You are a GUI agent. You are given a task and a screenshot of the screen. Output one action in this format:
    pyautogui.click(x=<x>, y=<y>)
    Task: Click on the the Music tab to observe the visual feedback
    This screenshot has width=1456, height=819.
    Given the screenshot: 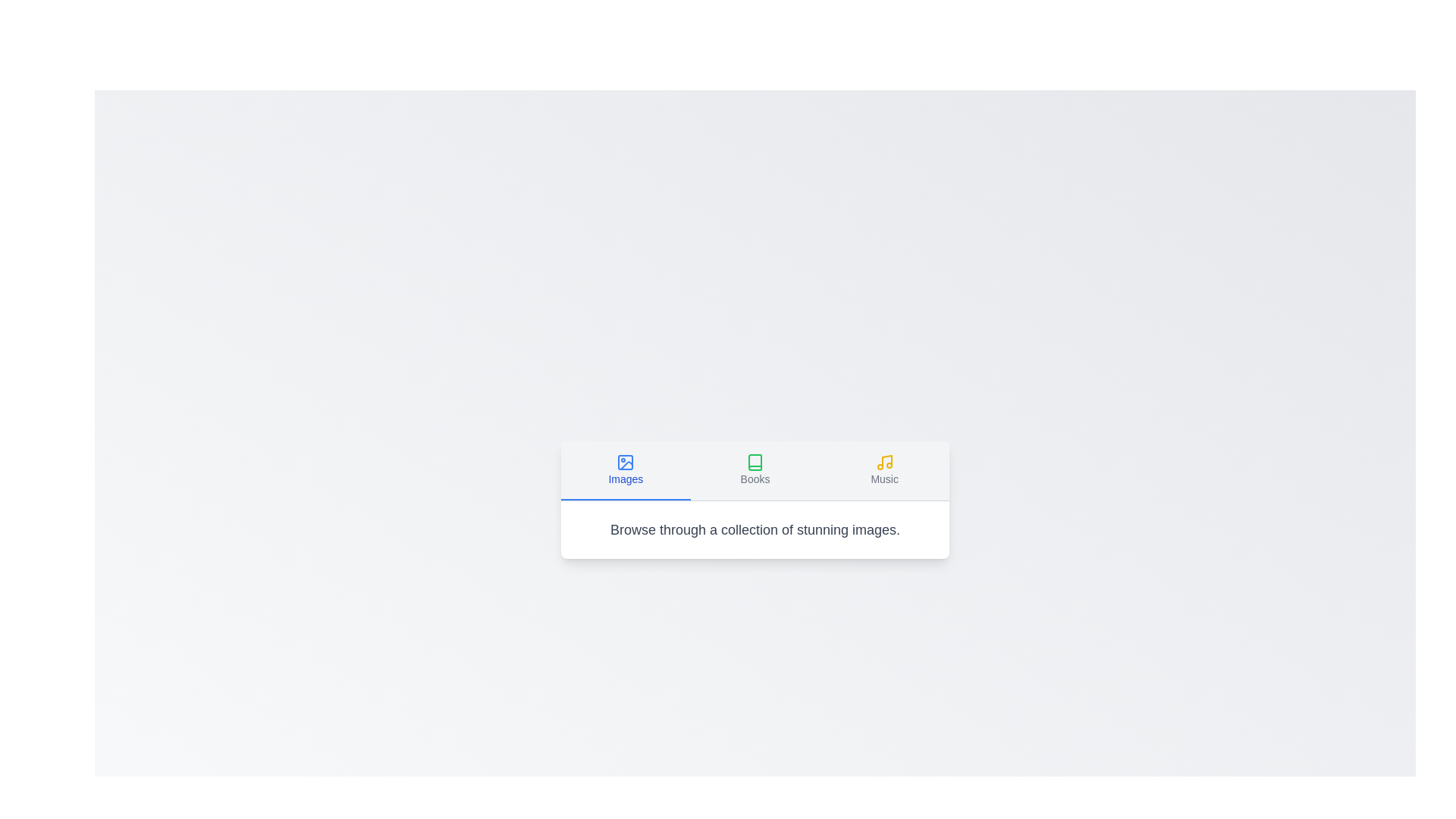 What is the action you would take?
    pyautogui.click(x=884, y=469)
    